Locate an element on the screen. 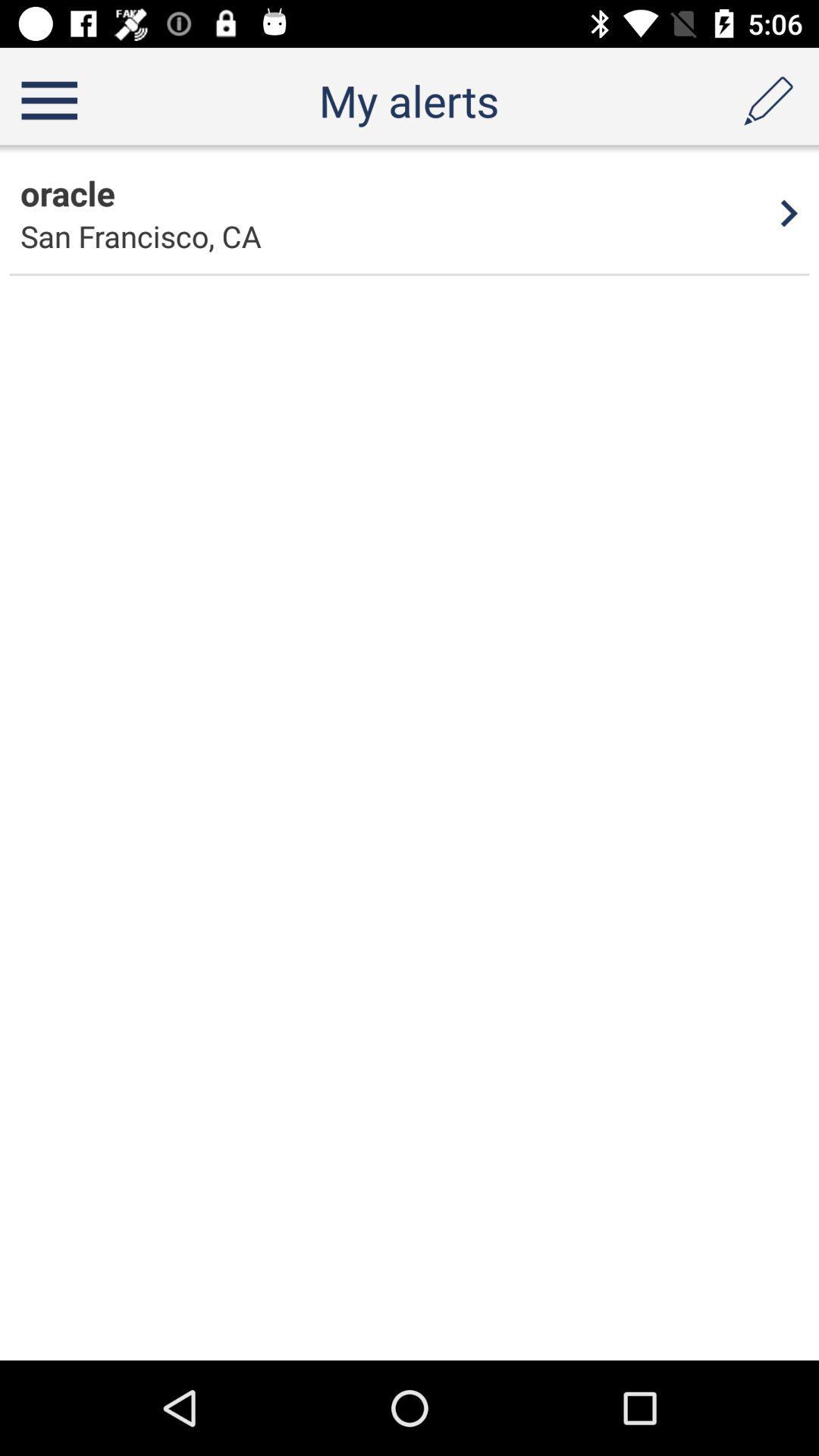 This screenshot has height=1456, width=819. item to the left of the 4 is located at coordinates (140, 235).